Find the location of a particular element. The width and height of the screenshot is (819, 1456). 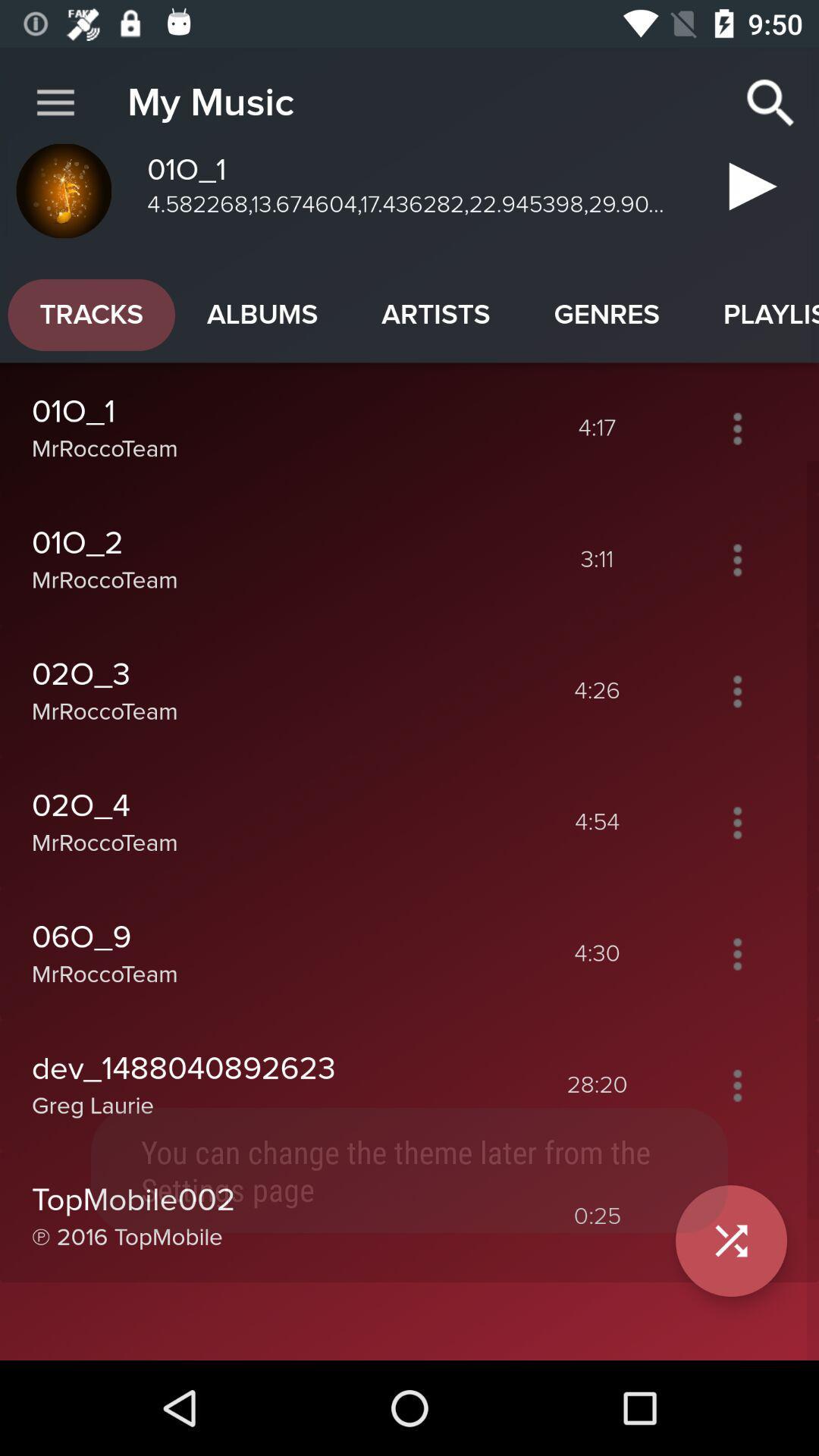

shuffle tracks is located at coordinates (736, 1216).